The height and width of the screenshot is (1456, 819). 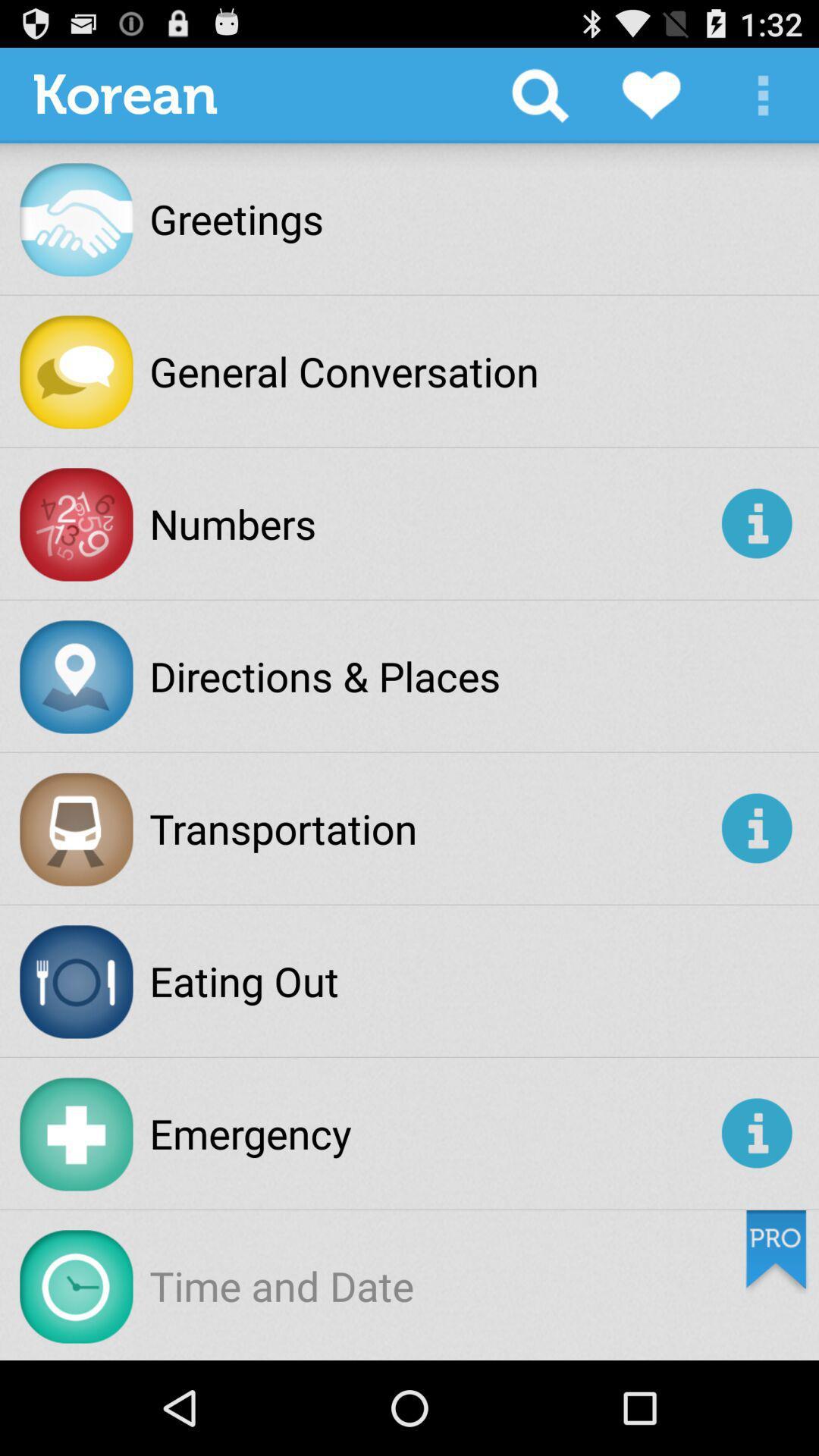 What do you see at coordinates (432, 827) in the screenshot?
I see `transportation` at bounding box center [432, 827].